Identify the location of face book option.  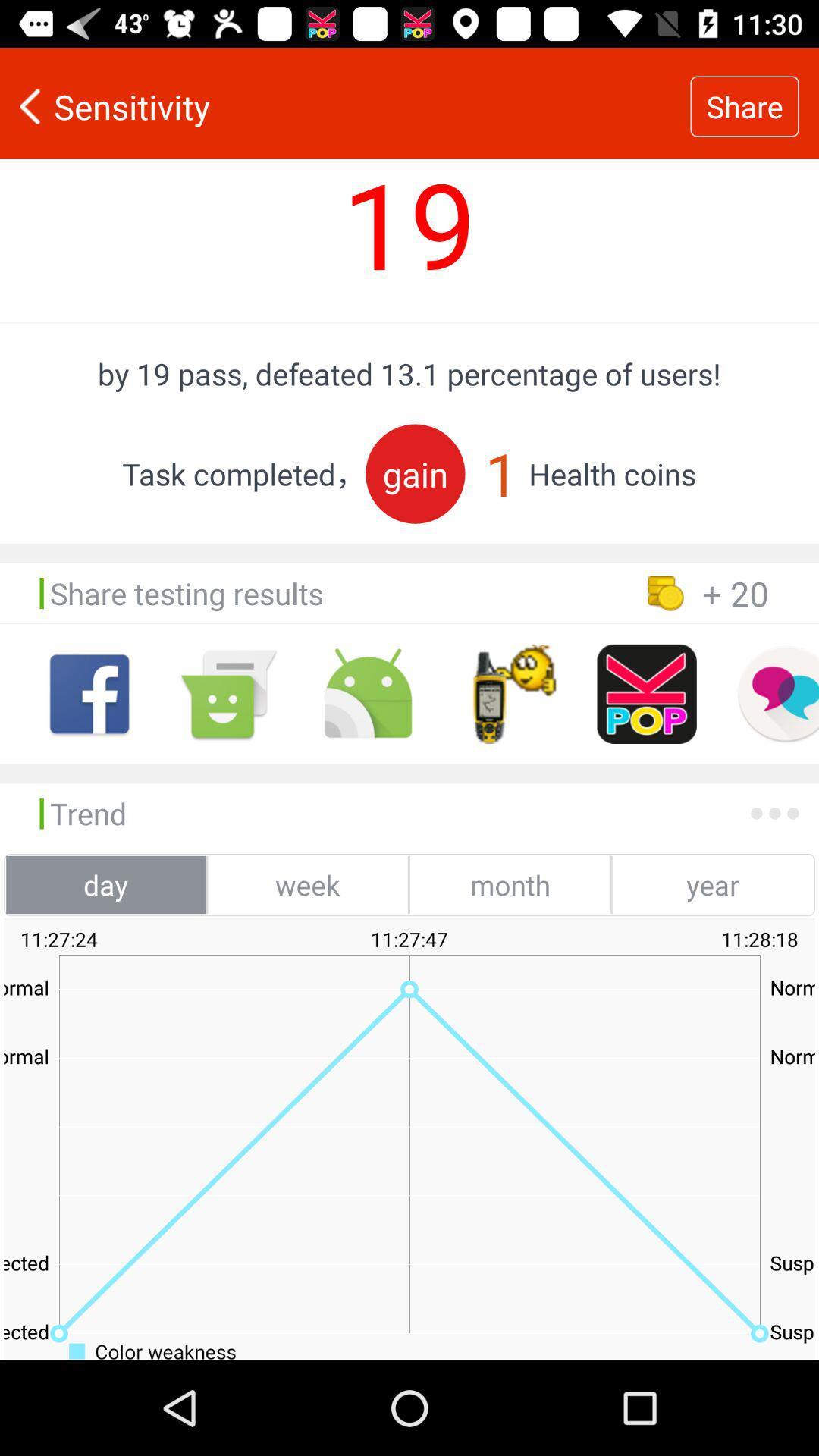
(89, 693).